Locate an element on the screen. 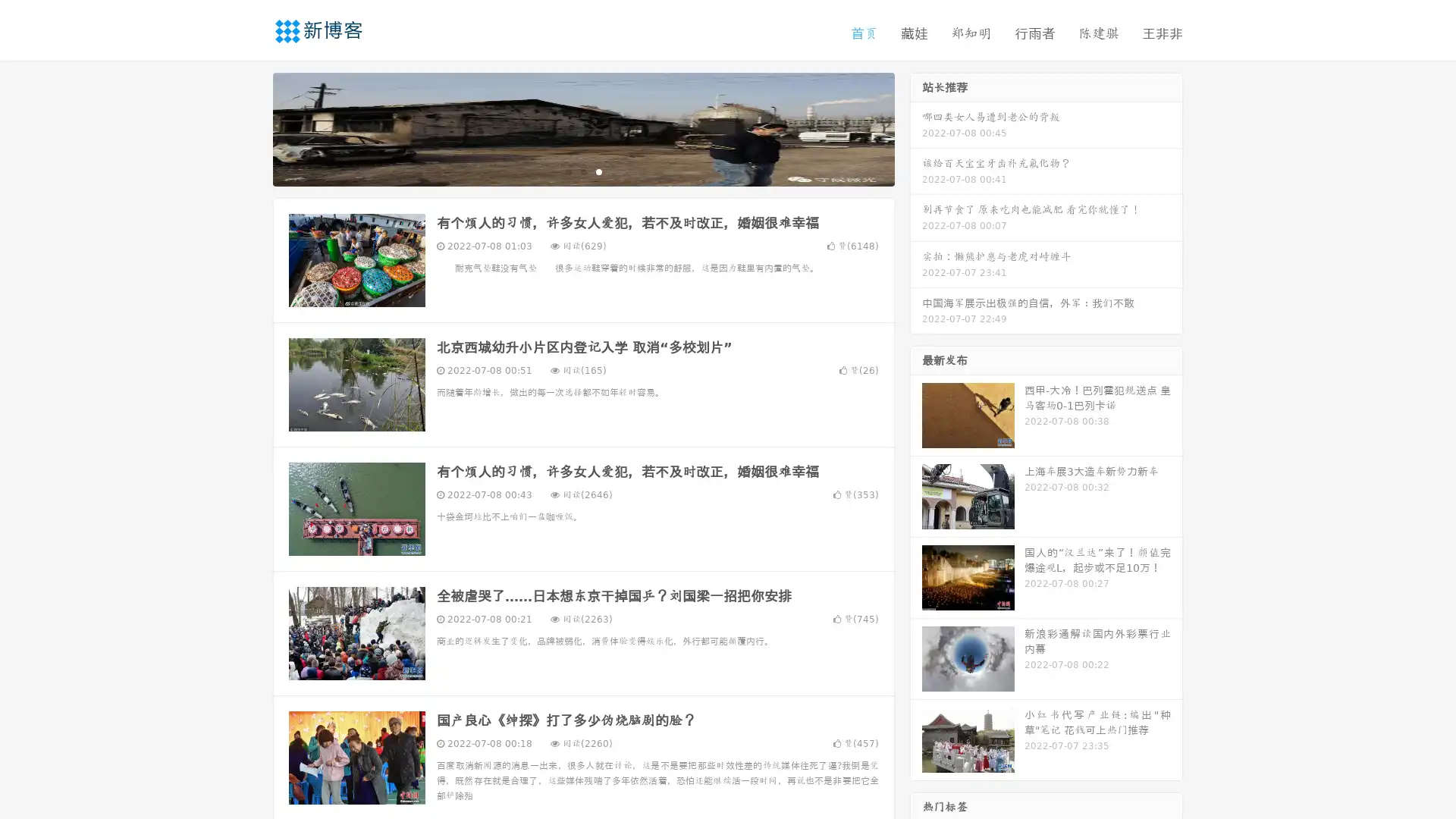 Image resolution: width=1456 pixels, height=819 pixels. Next slide is located at coordinates (916, 127).